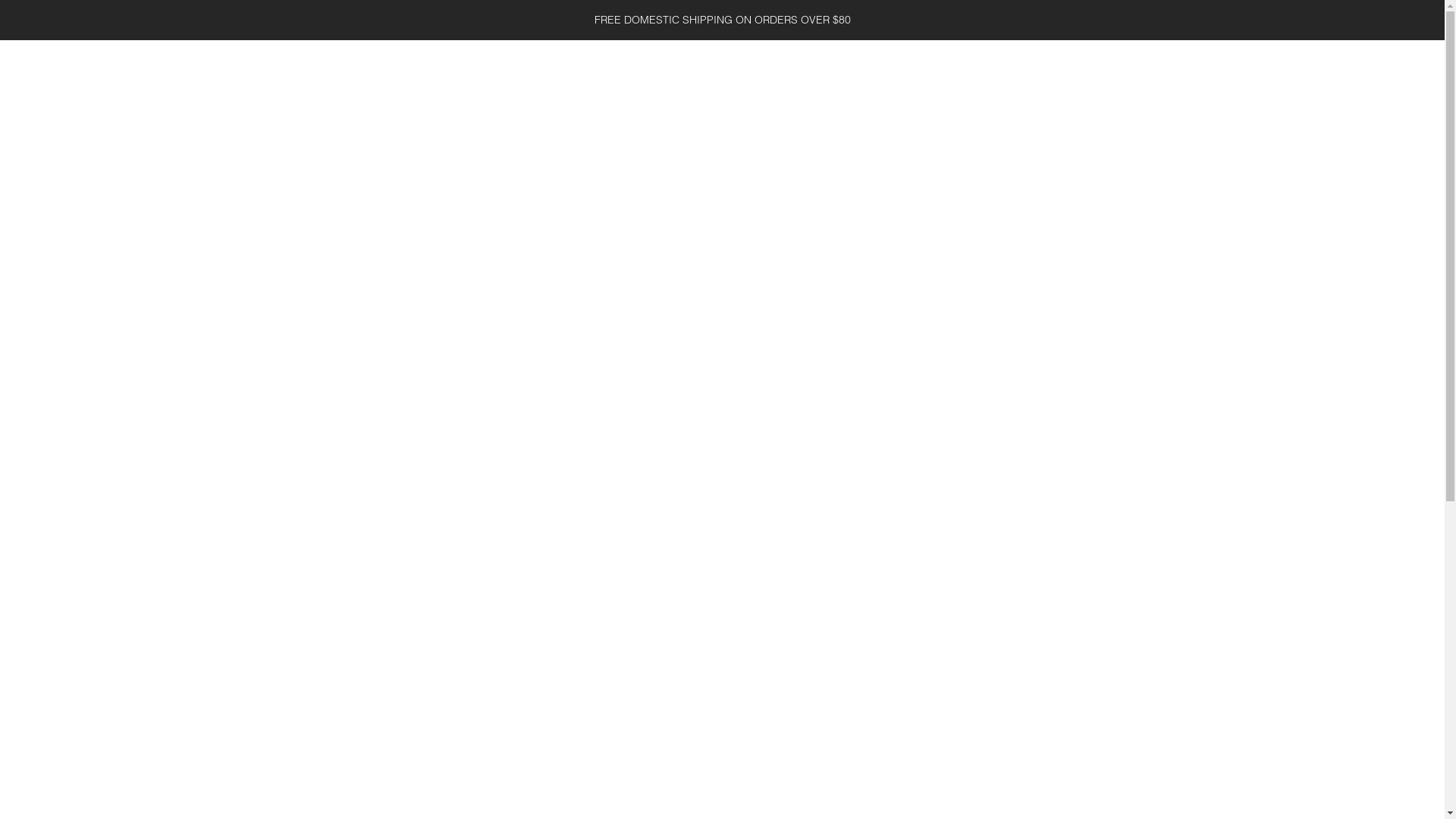 Image resolution: width=1456 pixels, height=819 pixels. I want to click on 'FREE DOMESTIC SHIPPING ON ORDERS OVER $80', so click(721, 20).